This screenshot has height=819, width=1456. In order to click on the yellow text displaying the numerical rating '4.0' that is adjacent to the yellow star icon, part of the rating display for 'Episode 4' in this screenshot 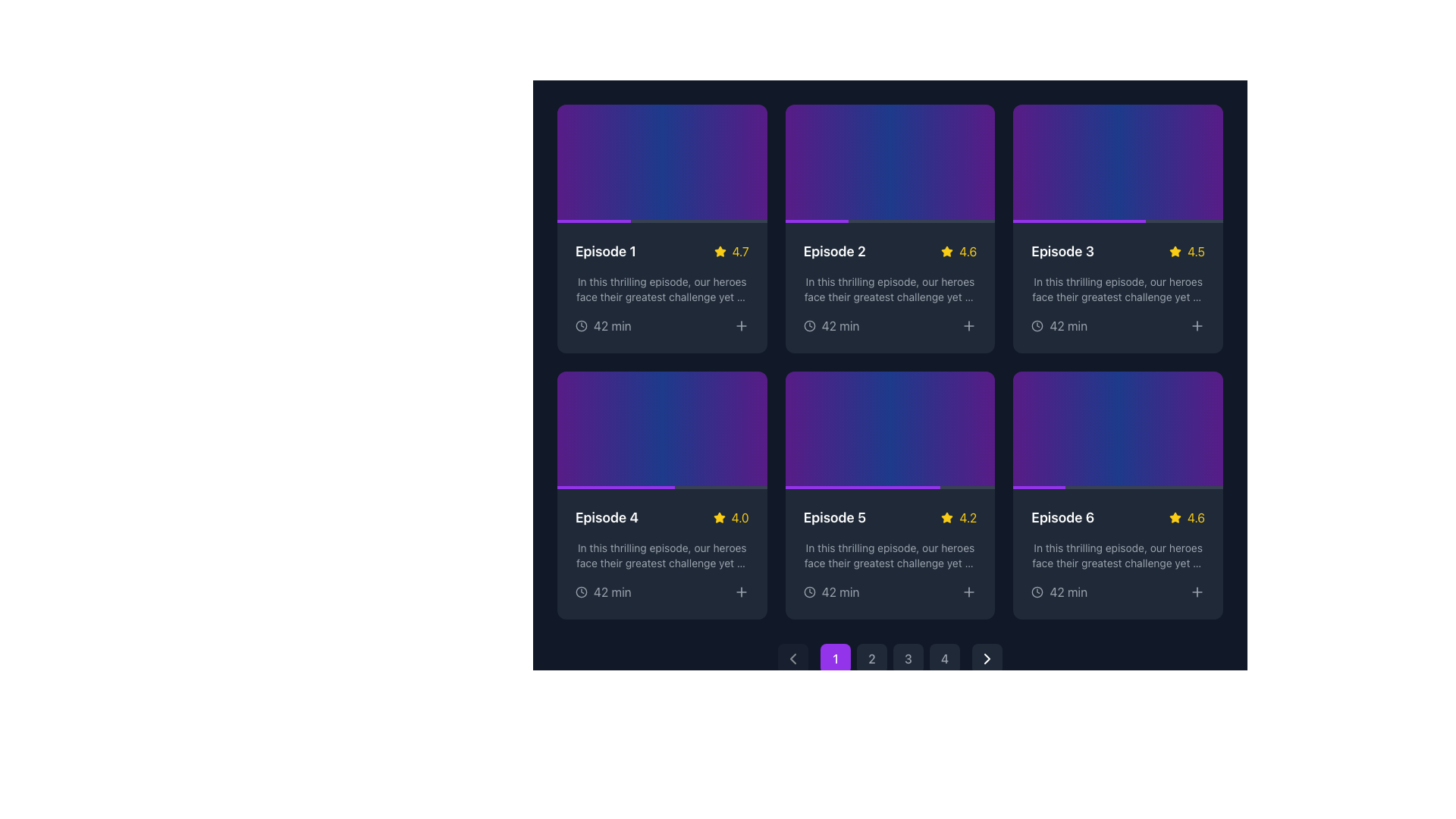, I will do `click(740, 517)`.